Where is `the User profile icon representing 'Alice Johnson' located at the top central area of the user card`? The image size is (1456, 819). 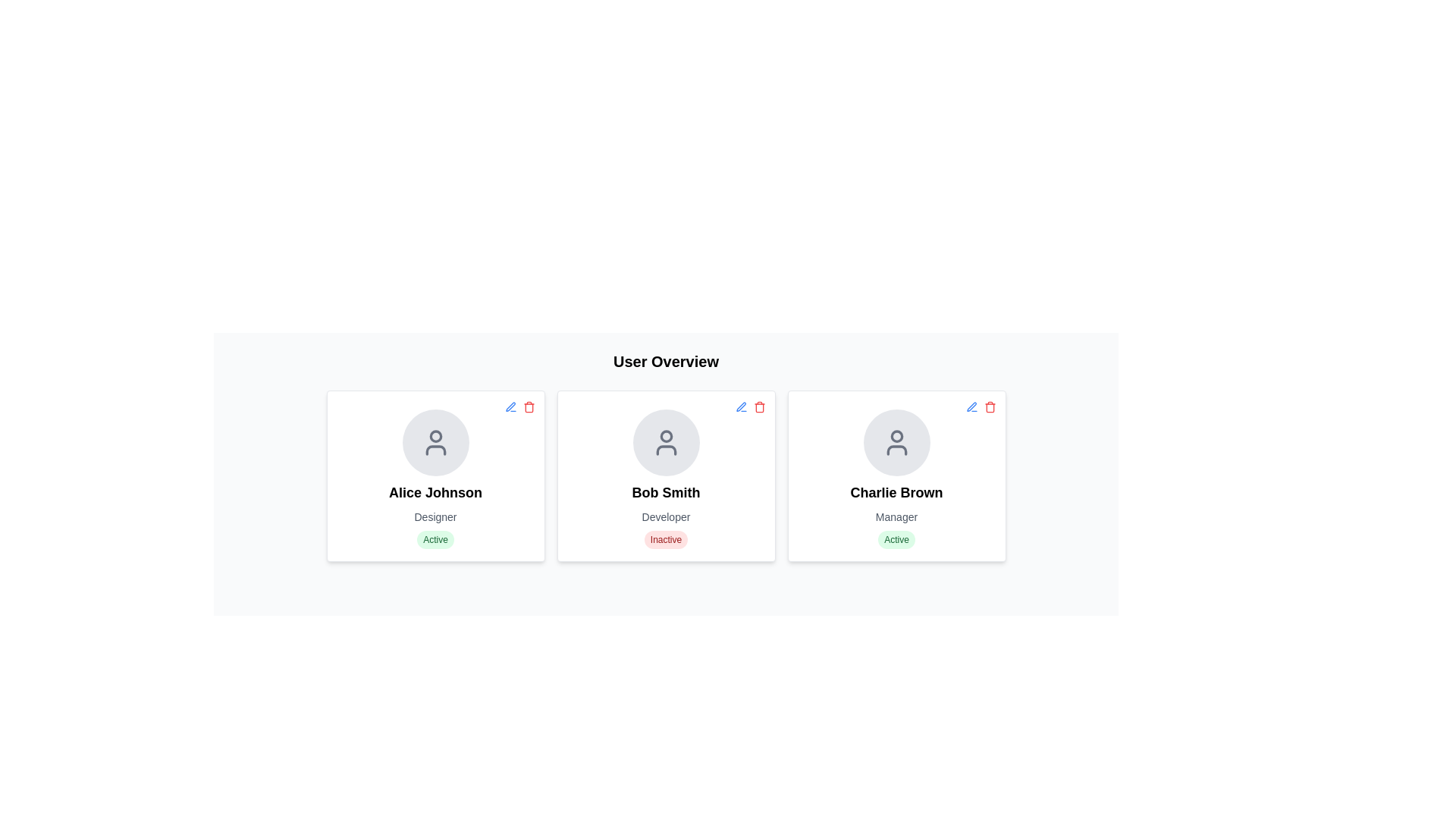
the User profile icon representing 'Alice Johnson' located at the top central area of the user card is located at coordinates (435, 442).